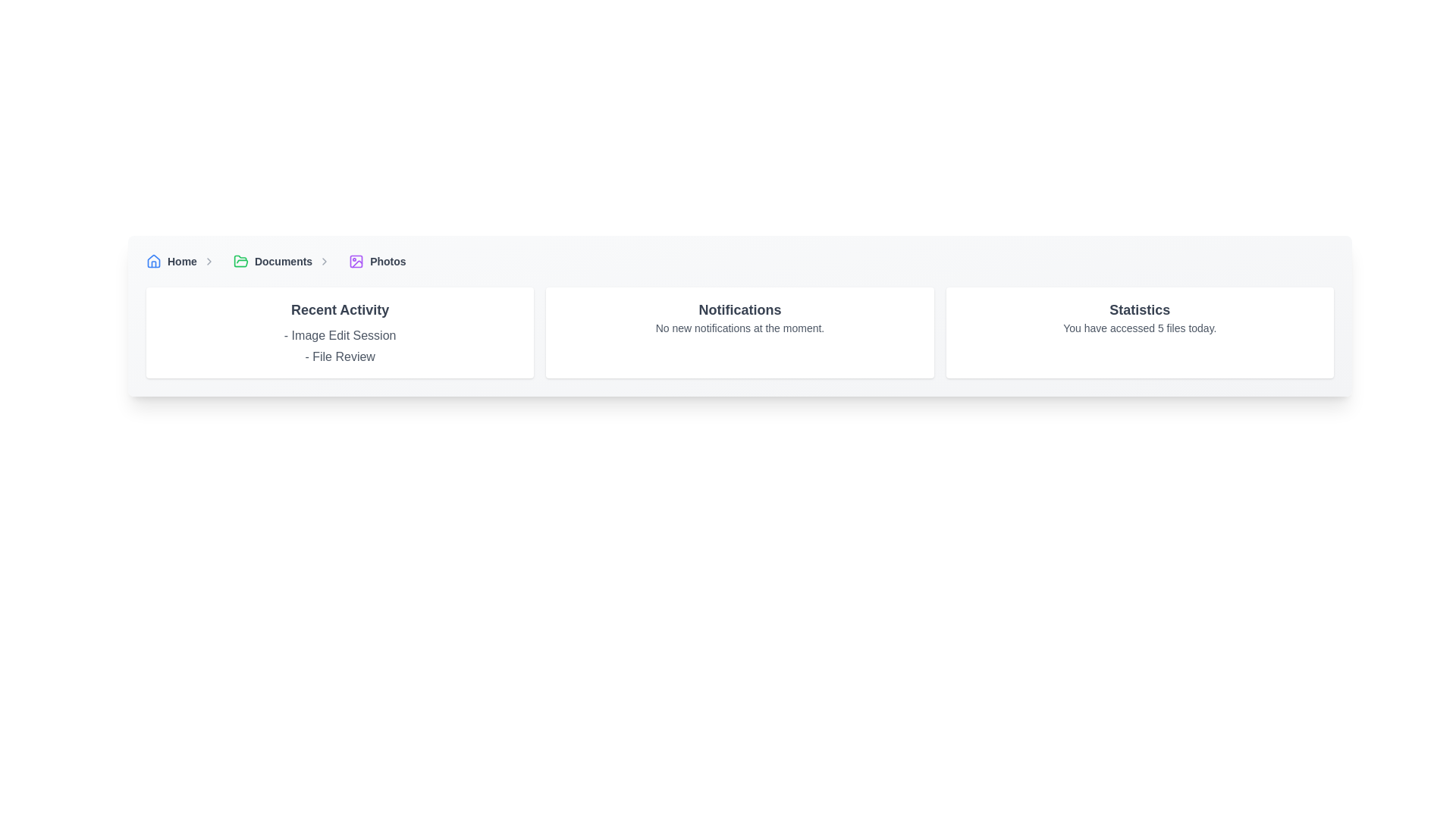  What do you see at coordinates (1140, 327) in the screenshot?
I see `the text label that reads 'You have accessed 5 files today.', which is displayed in a small-sized font with a gray color, located beneath the 'Statistics' header` at bounding box center [1140, 327].